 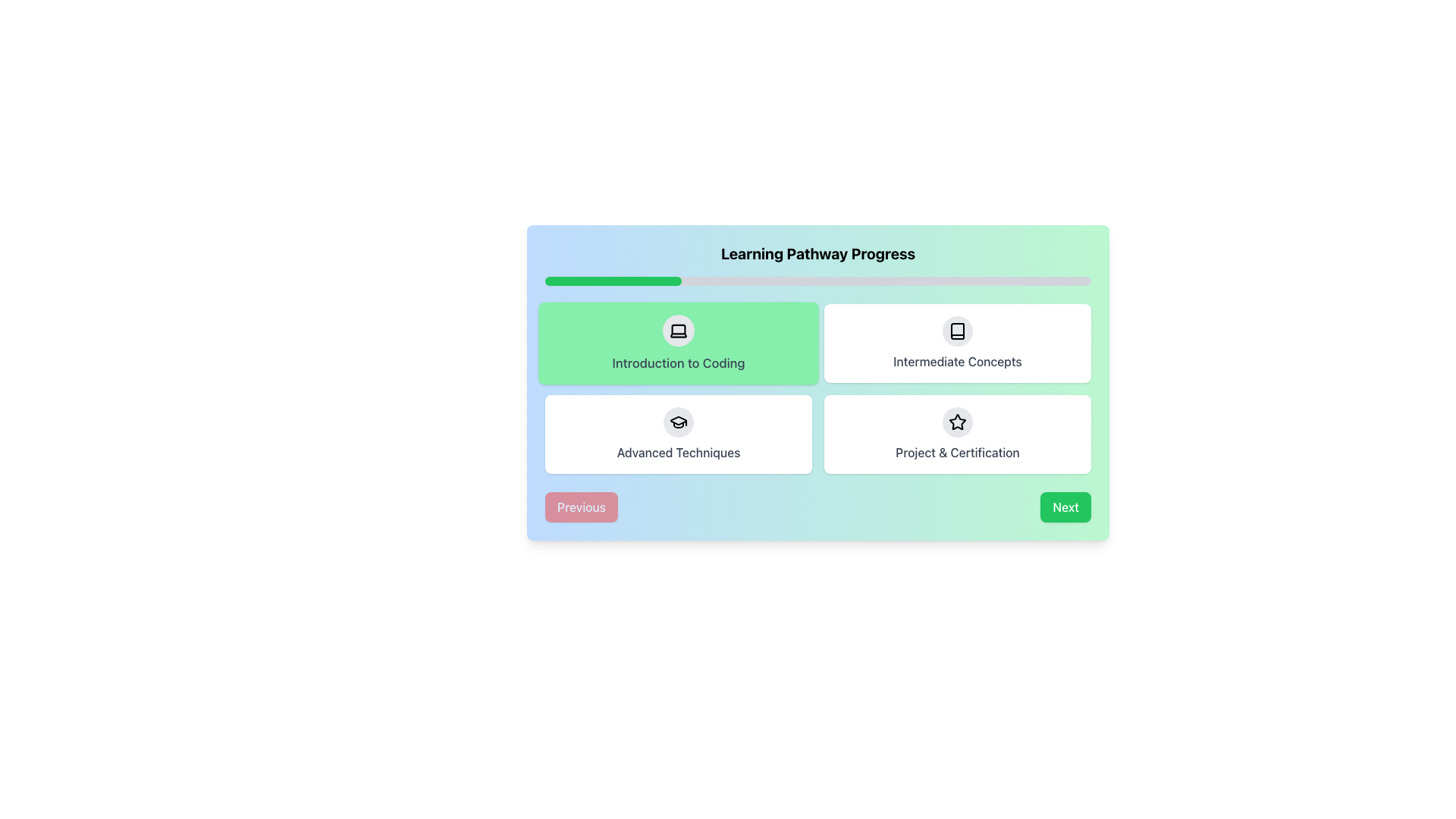 What do you see at coordinates (956, 330) in the screenshot?
I see `the icon representing the 'Intermediate Concepts' course section located at the center of the top-right button in a 2x2 grid of course section buttons` at bounding box center [956, 330].